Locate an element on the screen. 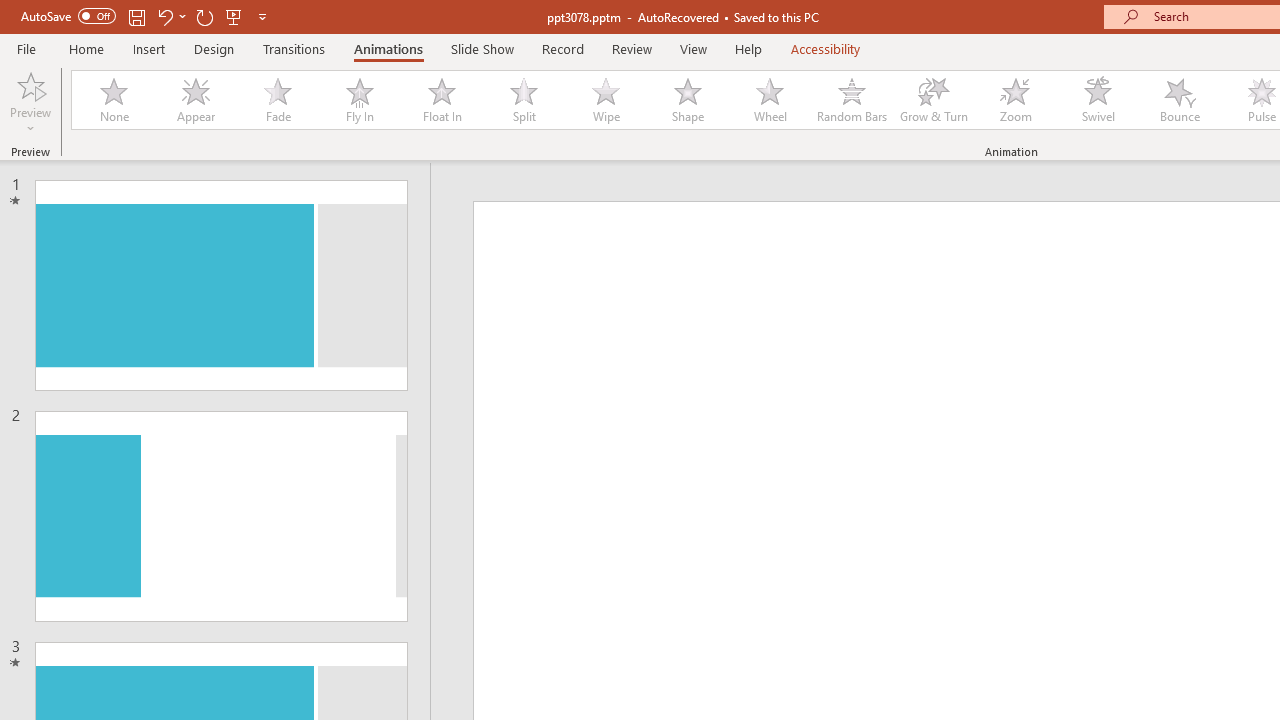 Image resolution: width=1280 pixels, height=720 pixels. 'Random Bars' is located at coordinates (852, 100).